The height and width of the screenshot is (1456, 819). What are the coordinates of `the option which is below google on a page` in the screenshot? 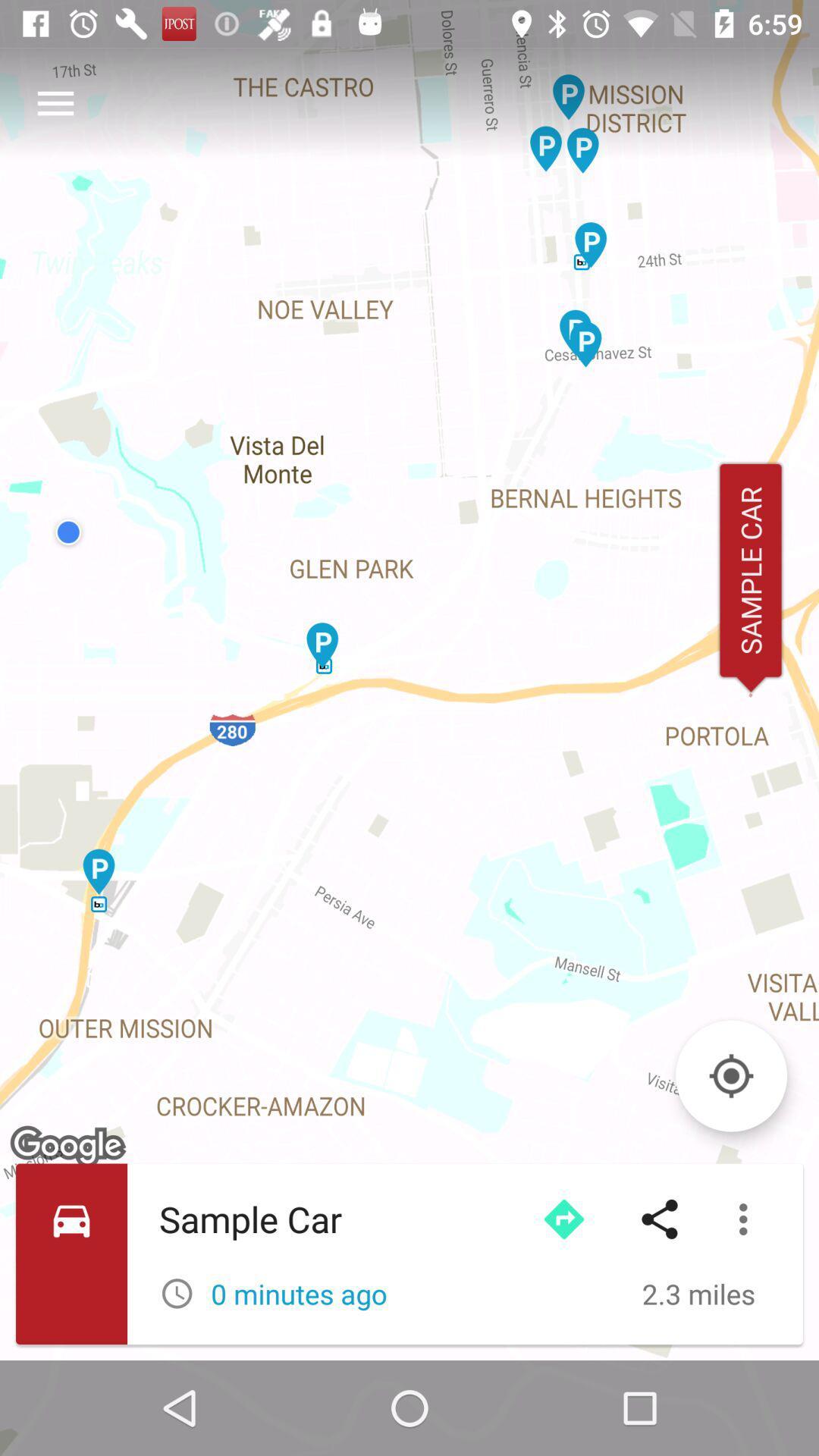 It's located at (409, 1254).